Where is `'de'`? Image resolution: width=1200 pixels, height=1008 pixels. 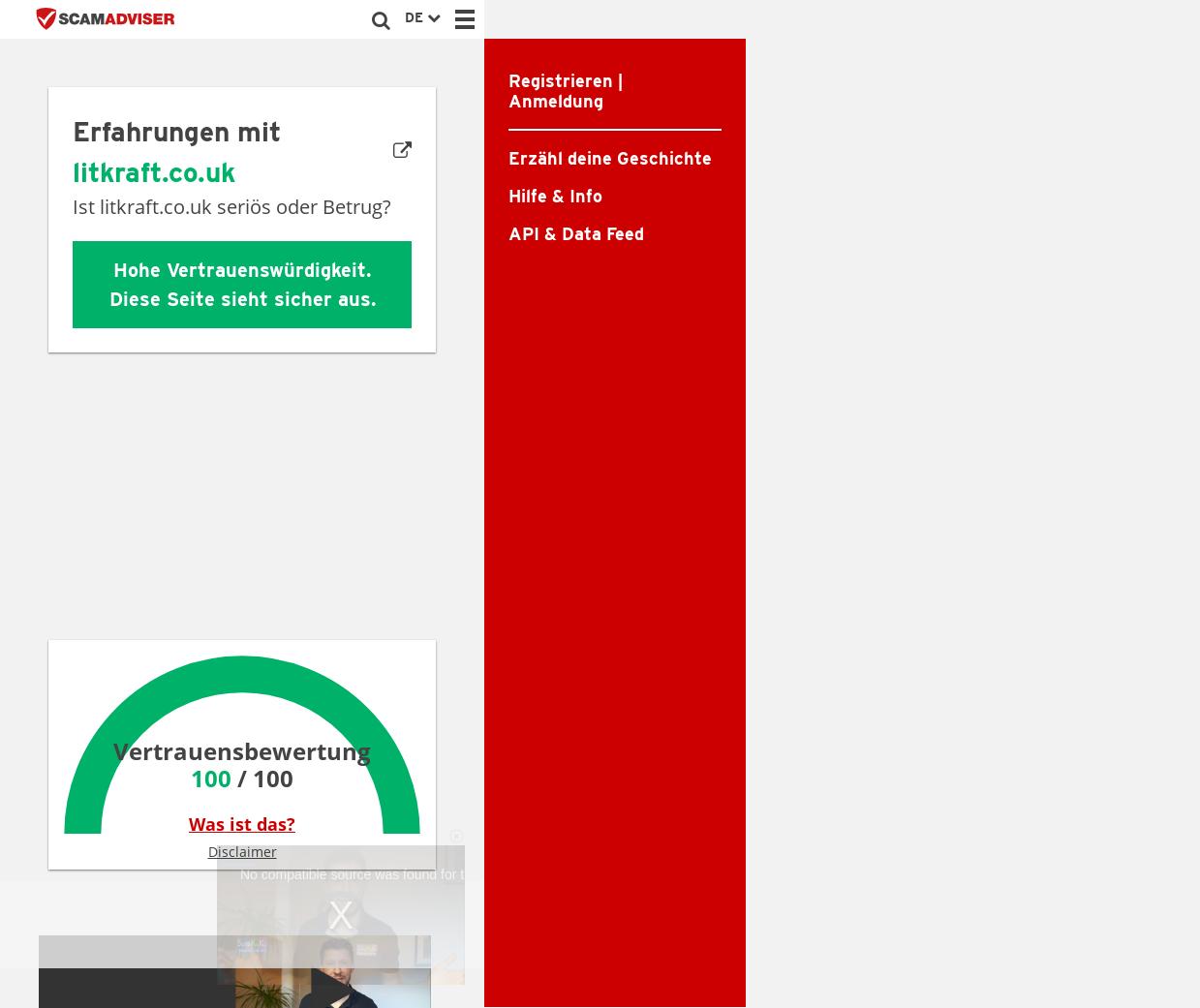 'de' is located at coordinates (415, 16).